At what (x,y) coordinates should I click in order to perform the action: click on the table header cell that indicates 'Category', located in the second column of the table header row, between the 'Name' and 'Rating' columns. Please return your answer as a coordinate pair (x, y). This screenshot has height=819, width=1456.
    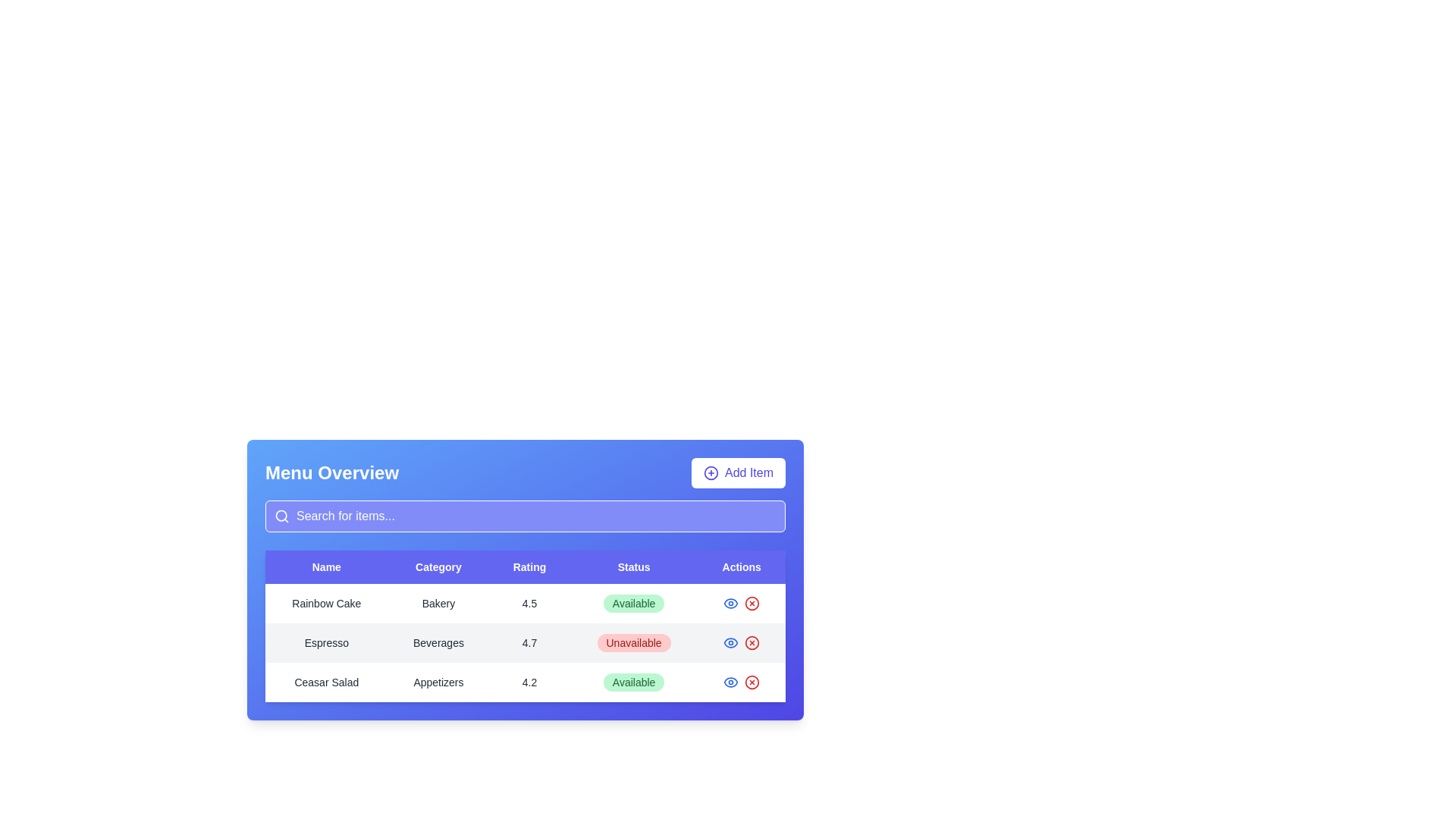
    Looking at the image, I should click on (438, 567).